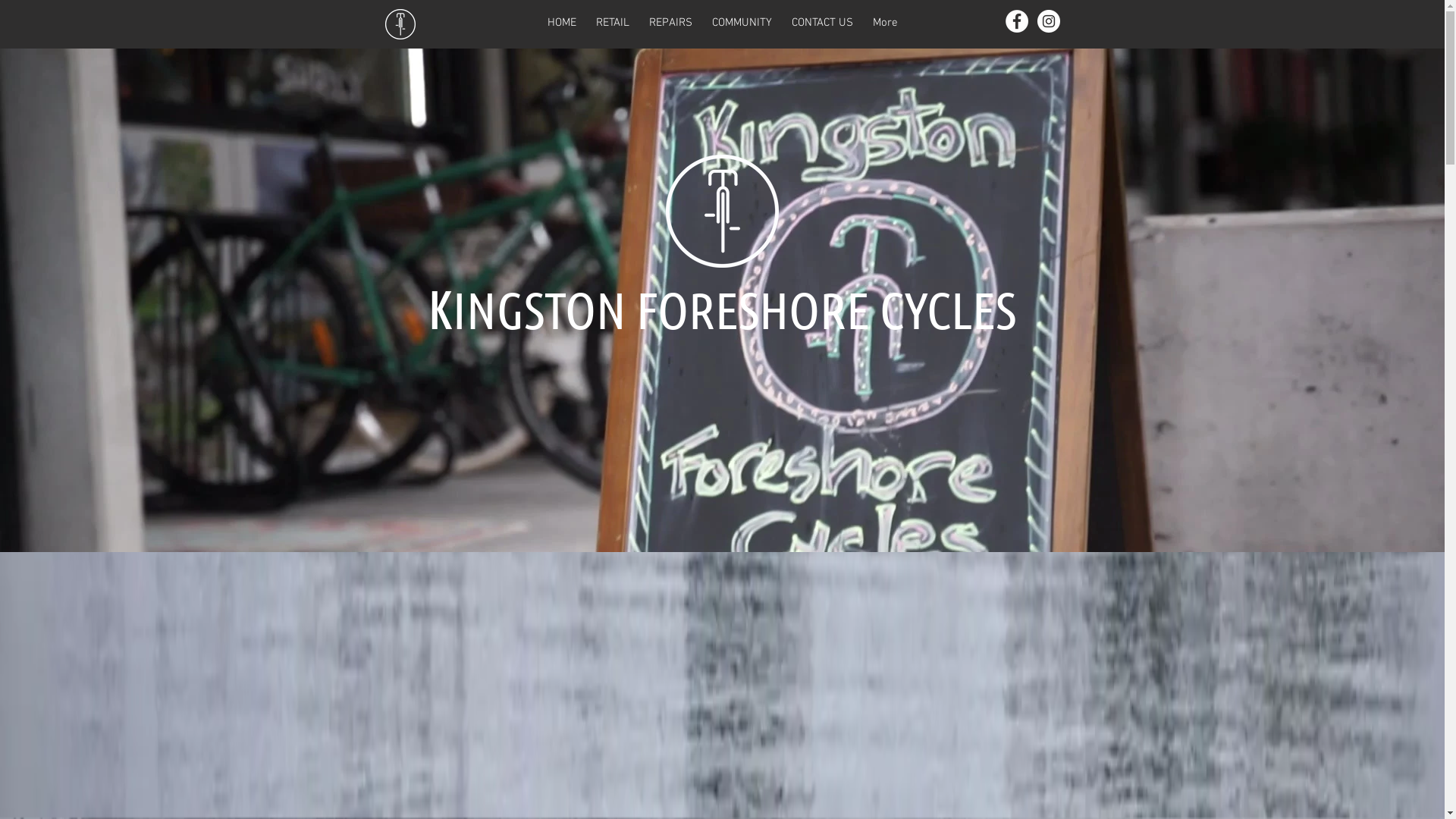 This screenshot has height=819, width=1456. What do you see at coordinates (821, 24) in the screenshot?
I see `'CONTACT US'` at bounding box center [821, 24].